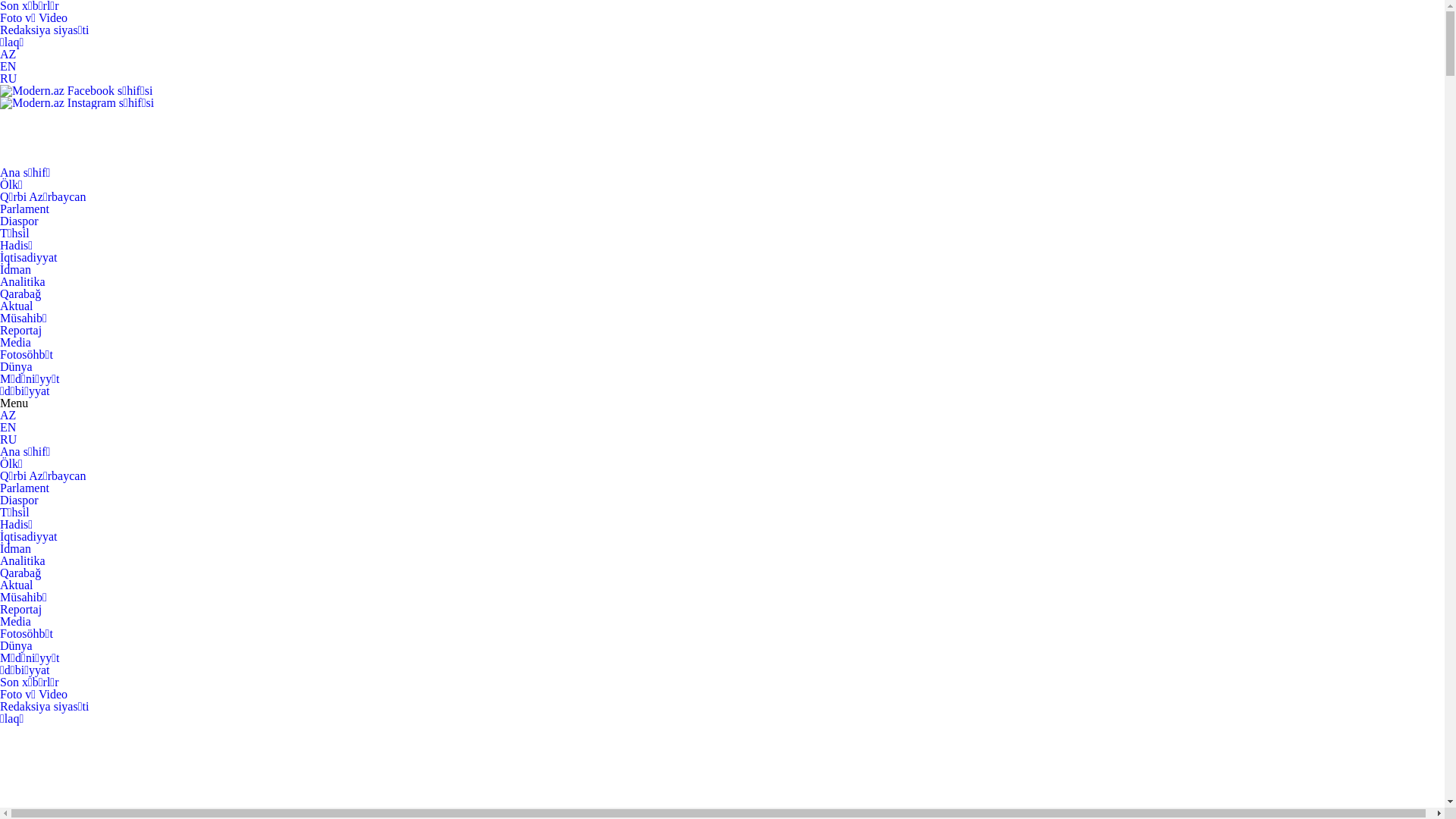 Image resolution: width=1456 pixels, height=819 pixels. What do you see at coordinates (8, 415) in the screenshot?
I see `'AZ'` at bounding box center [8, 415].